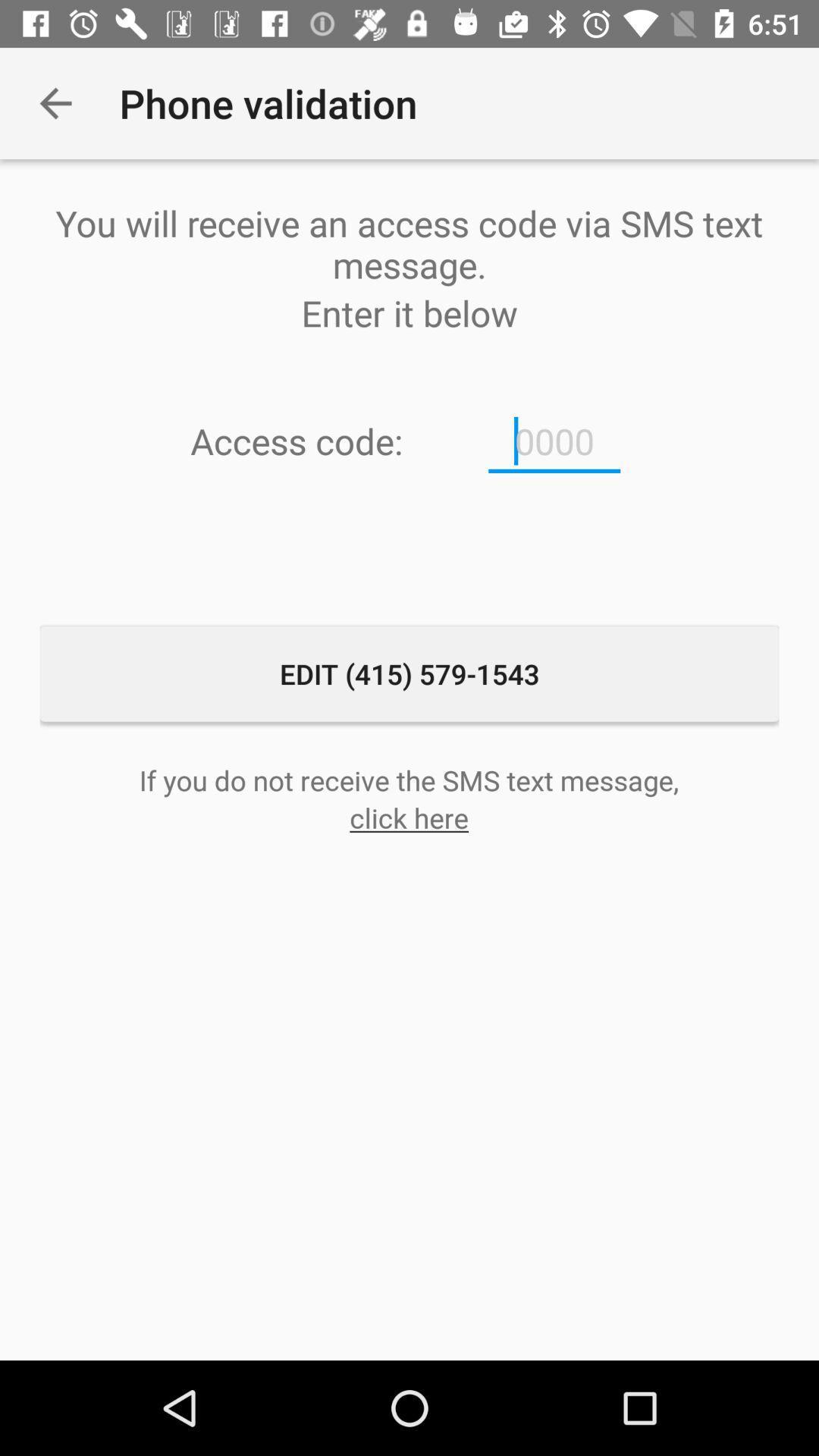 This screenshot has height=1456, width=819. I want to click on the item below the edit 415 579 icon, so click(408, 780).